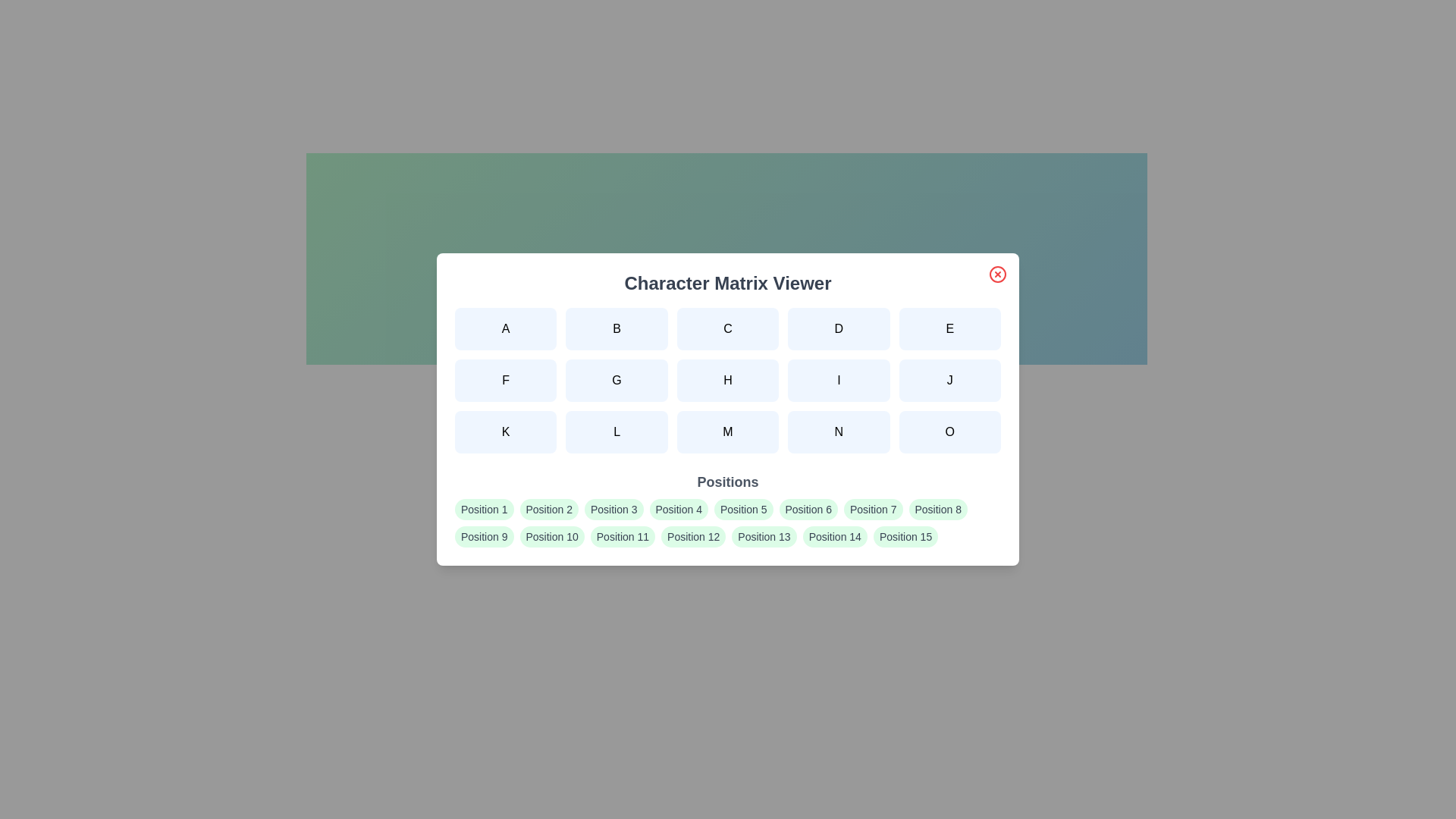 This screenshot has height=819, width=1456. What do you see at coordinates (728, 379) in the screenshot?
I see `the character button labeled H` at bounding box center [728, 379].